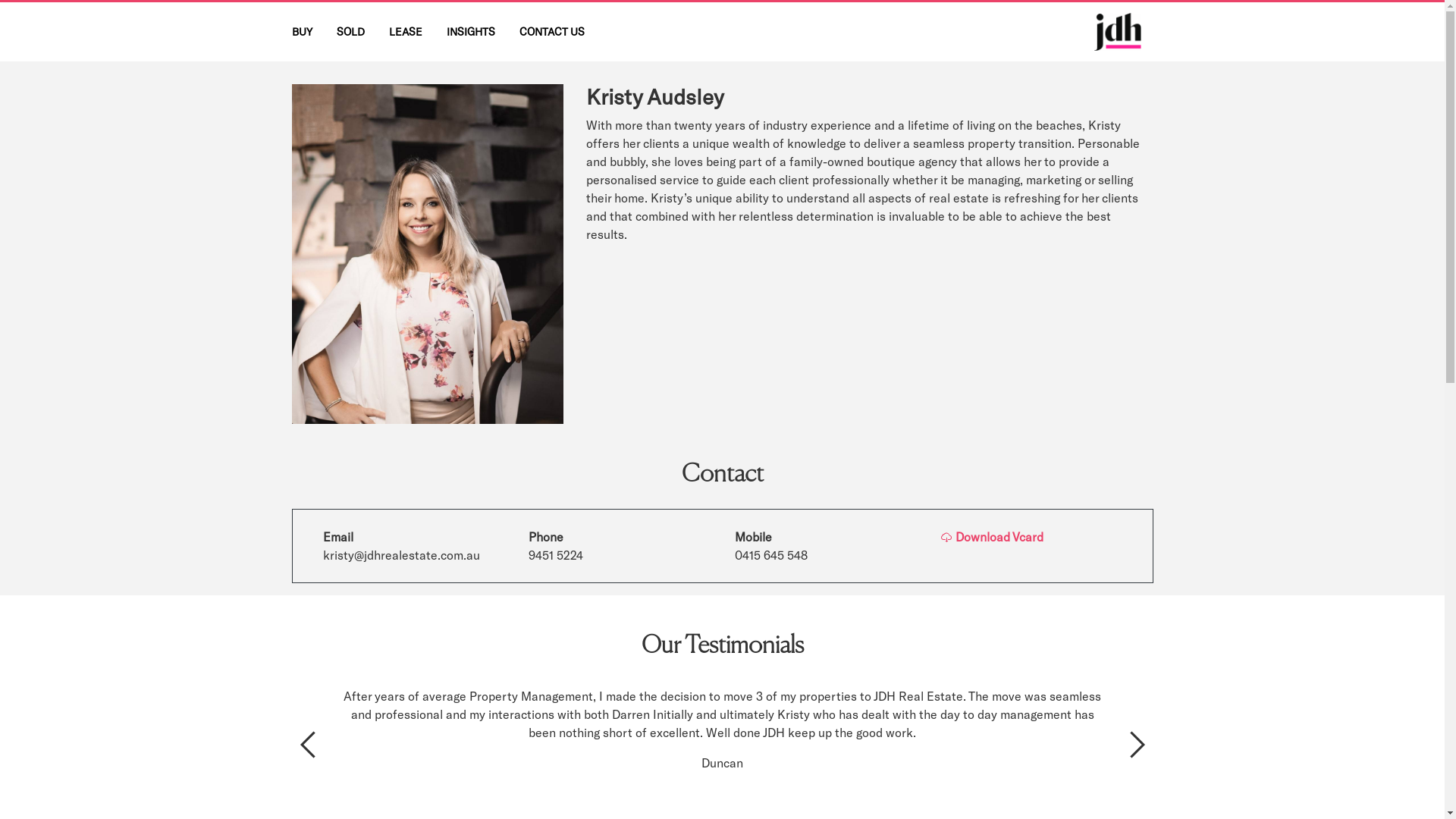 The height and width of the screenshot is (819, 1456). What do you see at coordinates (350, 32) in the screenshot?
I see `'SOLD'` at bounding box center [350, 32].